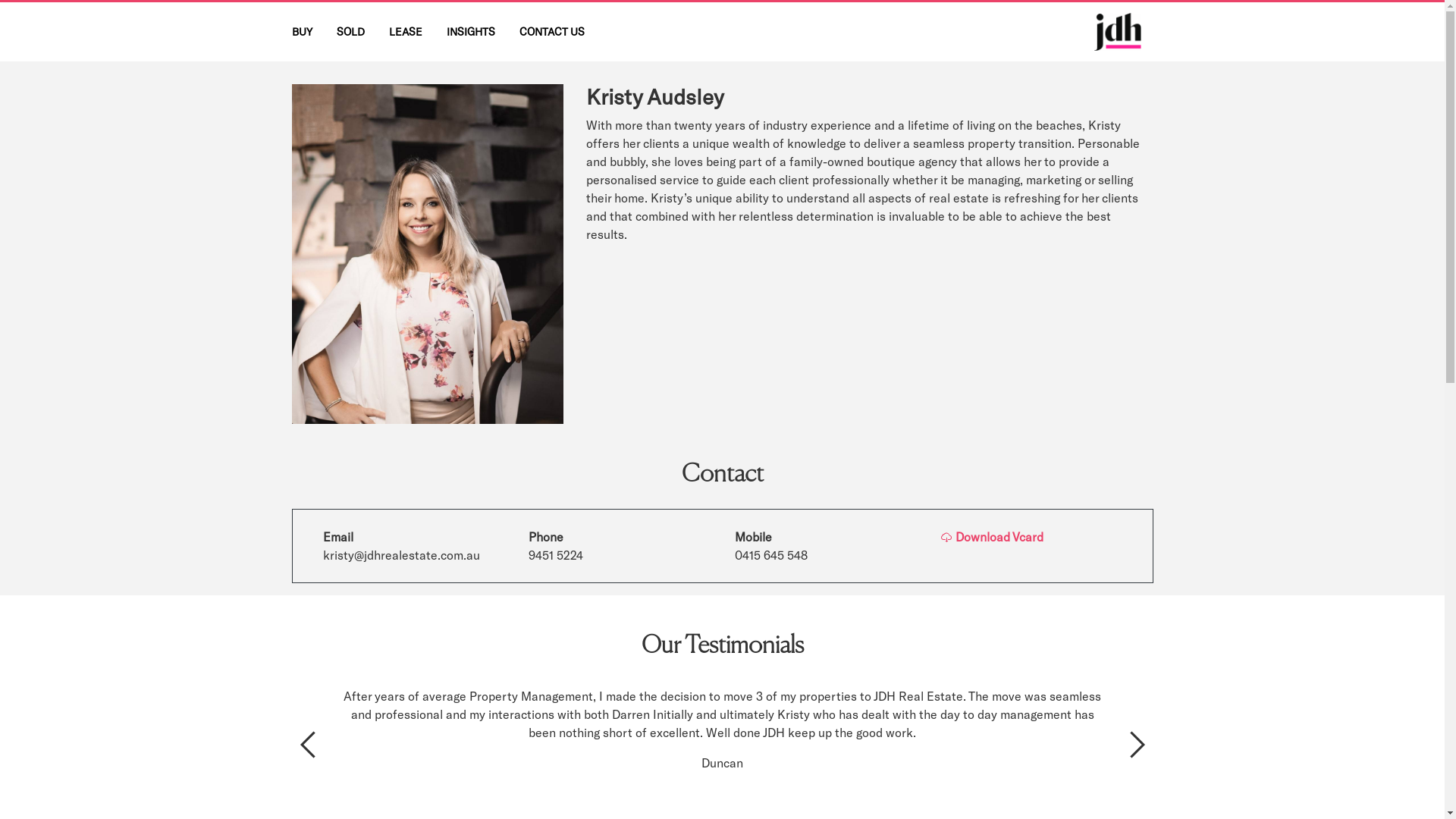 The height and width of the screenshot is (819, 1456). What do you see at coordinates (350, 32) in the screenshot?
I see `'SOLD'` at bounding box center [350, 32].